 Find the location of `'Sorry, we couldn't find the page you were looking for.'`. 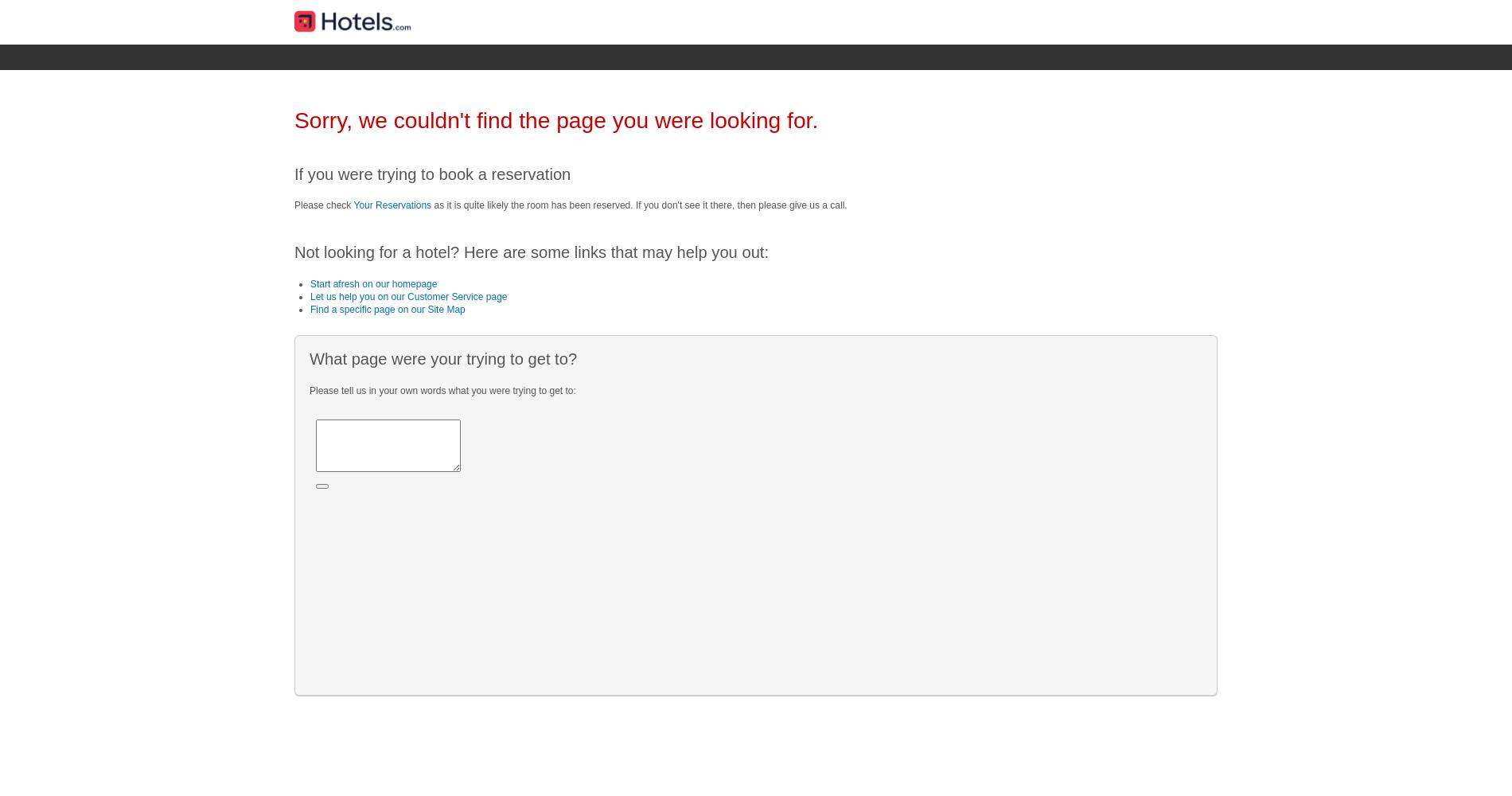

'Sorry, we couldn't find the page you were looking for.' is located at coordinates (556, 120).